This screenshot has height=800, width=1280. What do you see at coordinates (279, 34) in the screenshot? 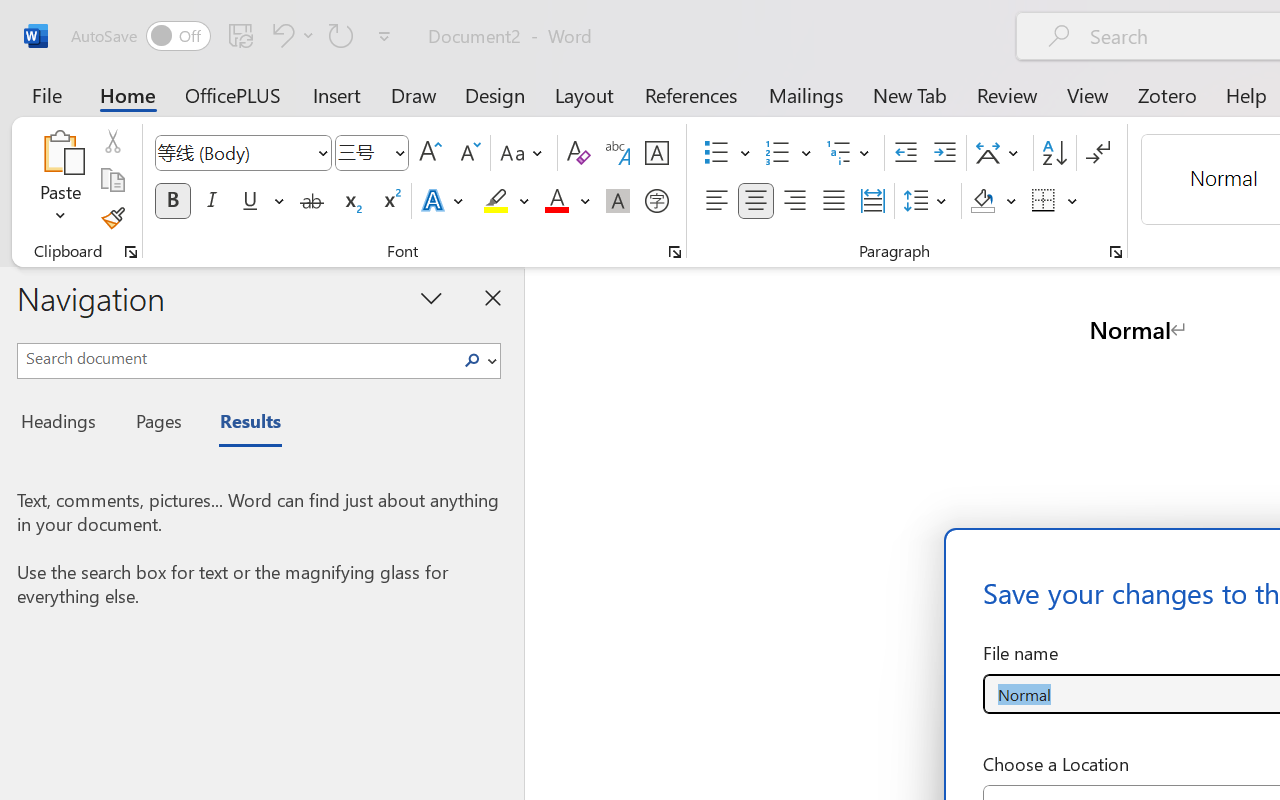
I see `'Undo Style'` at bounding box center [279, 34].